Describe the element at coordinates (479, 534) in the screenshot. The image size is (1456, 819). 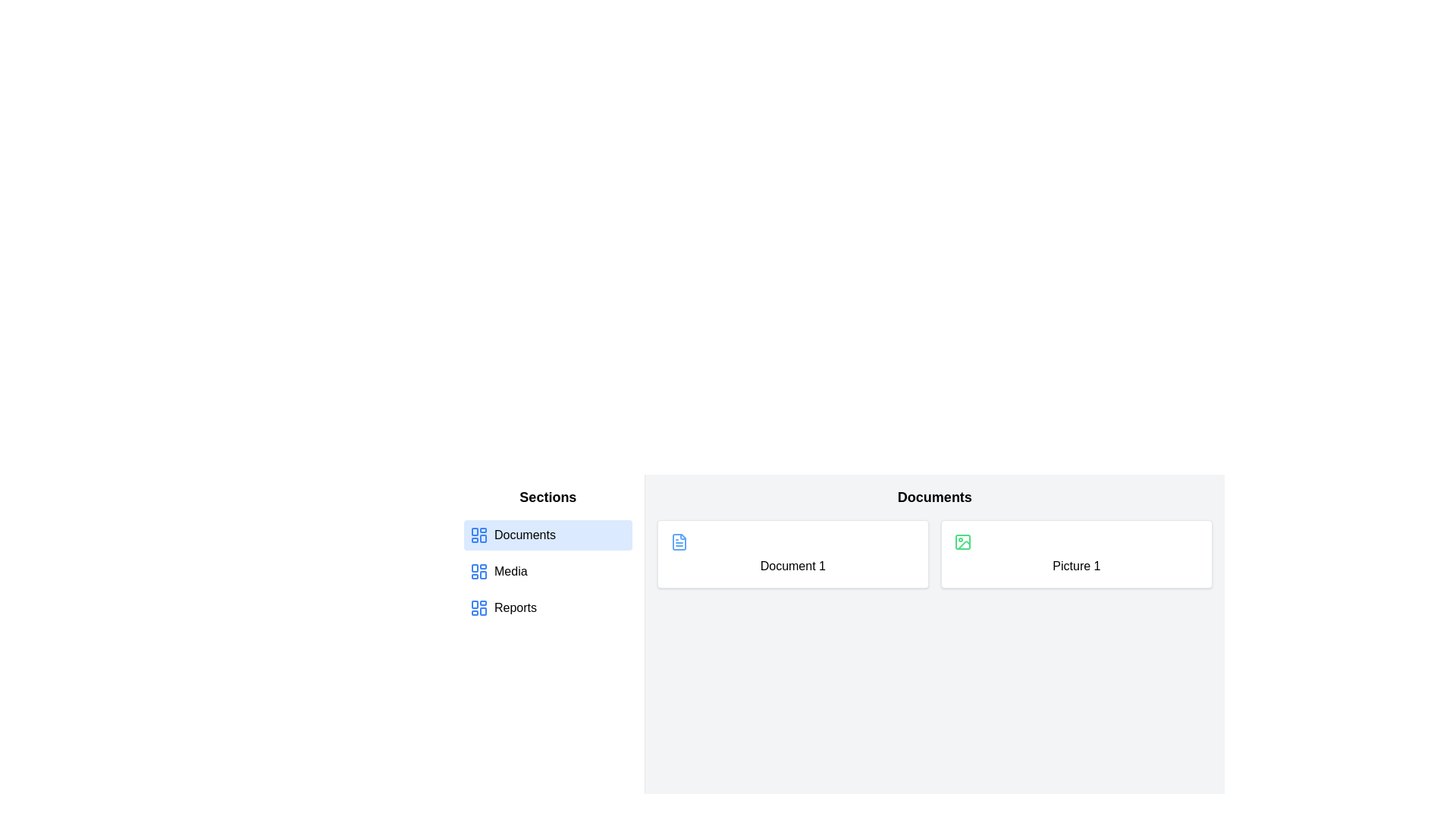
I see `the blue grid-like icon with rounded corners located in the 'Documents' navigation item` at that location.